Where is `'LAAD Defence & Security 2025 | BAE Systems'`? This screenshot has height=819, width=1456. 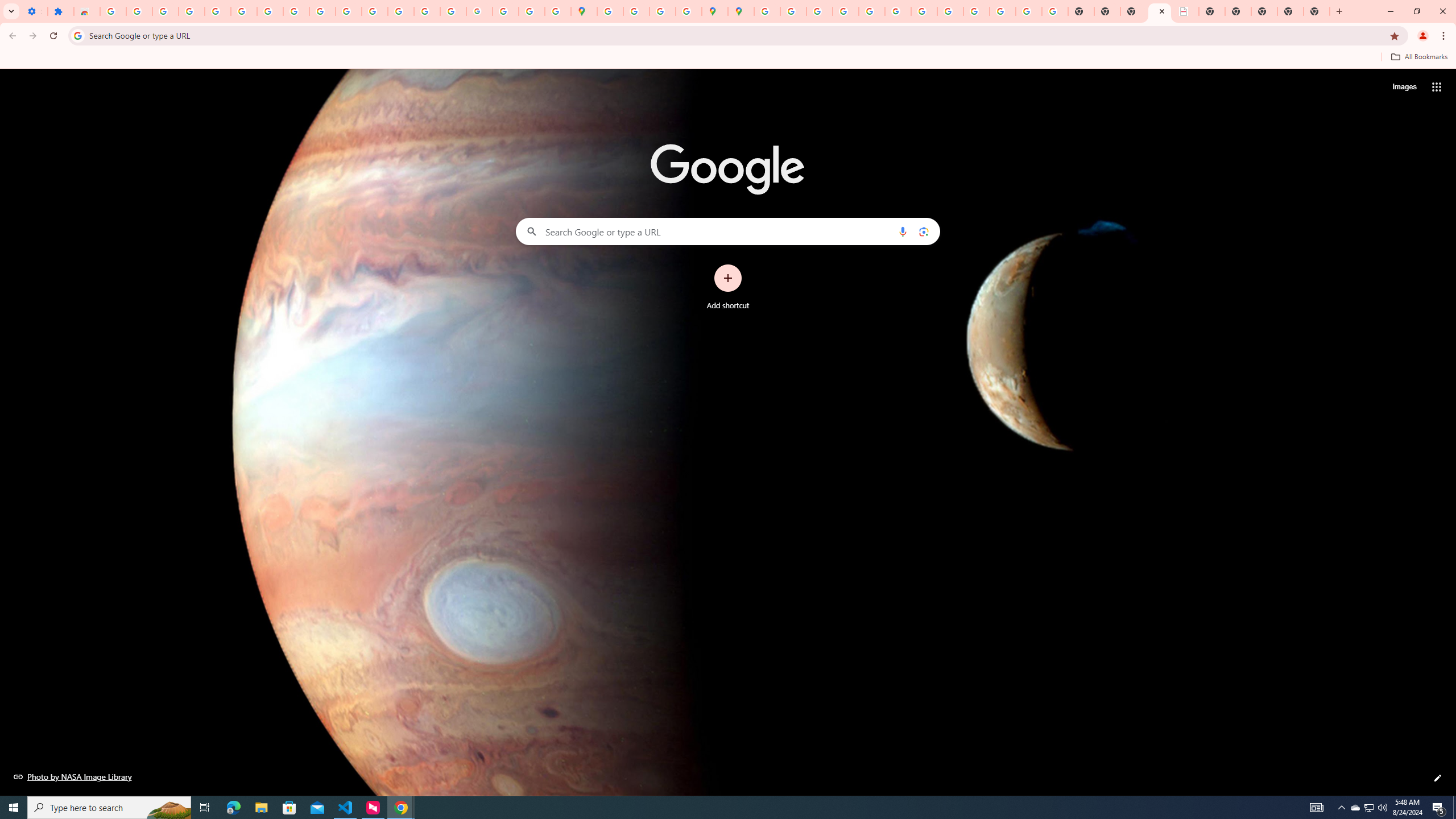
'LAAD Defence & Security 2025 | BAE Systems' is located at coordinates (1185, 11).